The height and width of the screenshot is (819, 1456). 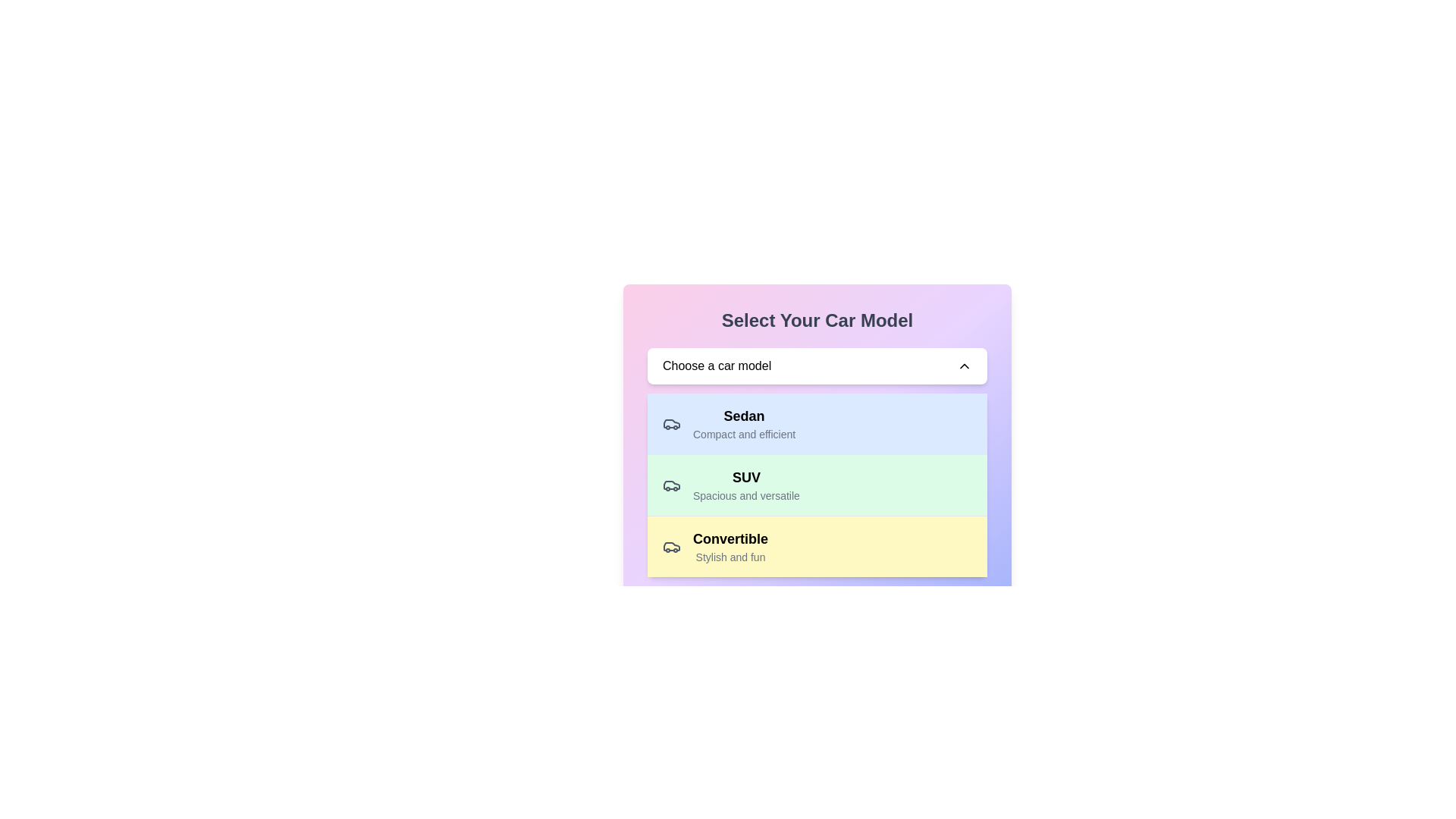 I want to click on the first option in the selectable list, so click(x=817, y=424).